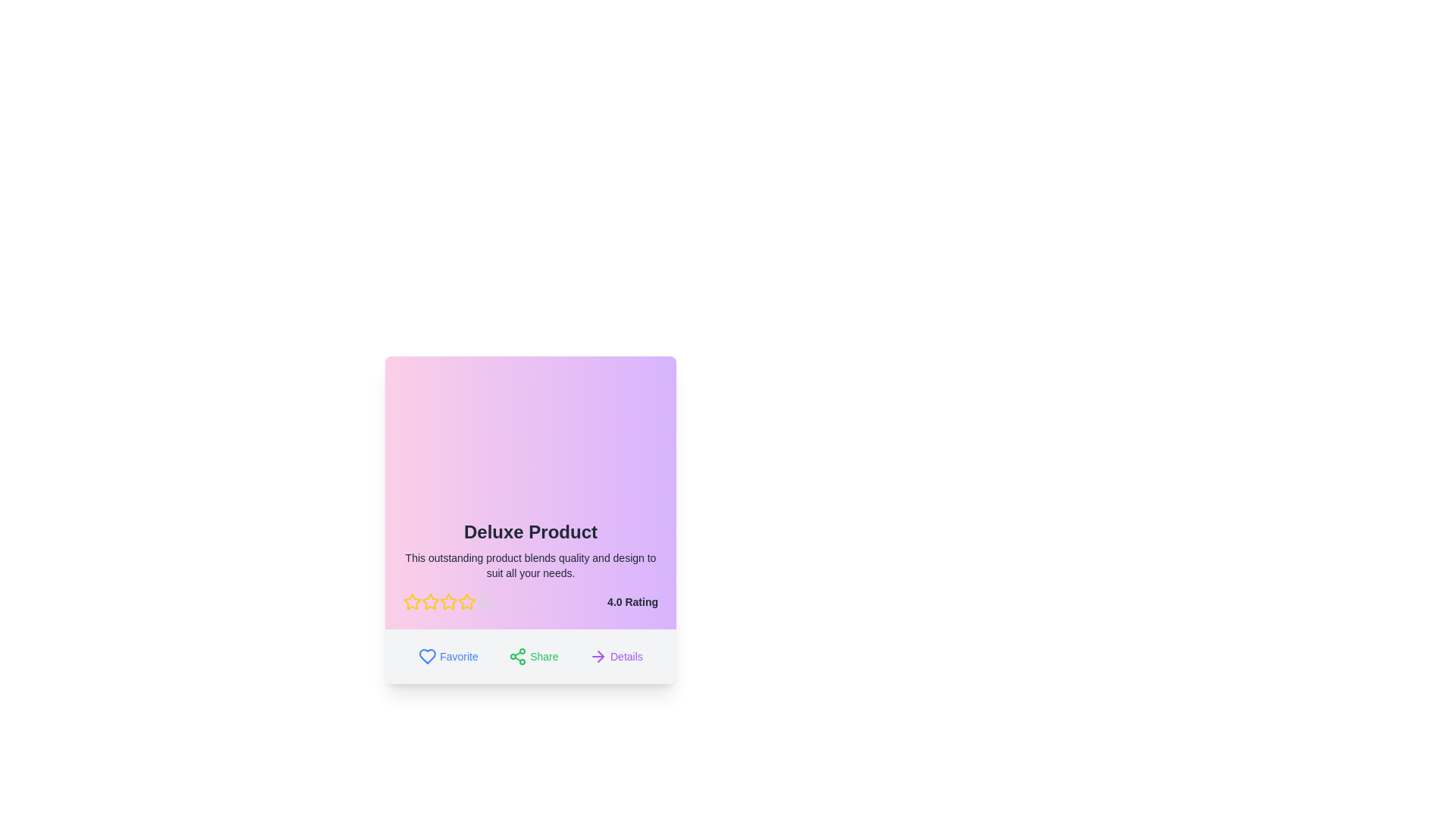  What do you see at coordinates (412, 601) in the screenshot?
I see `the first star icon in the rating system for the 'Deluxe Product'` at bounding box center [412, 601].